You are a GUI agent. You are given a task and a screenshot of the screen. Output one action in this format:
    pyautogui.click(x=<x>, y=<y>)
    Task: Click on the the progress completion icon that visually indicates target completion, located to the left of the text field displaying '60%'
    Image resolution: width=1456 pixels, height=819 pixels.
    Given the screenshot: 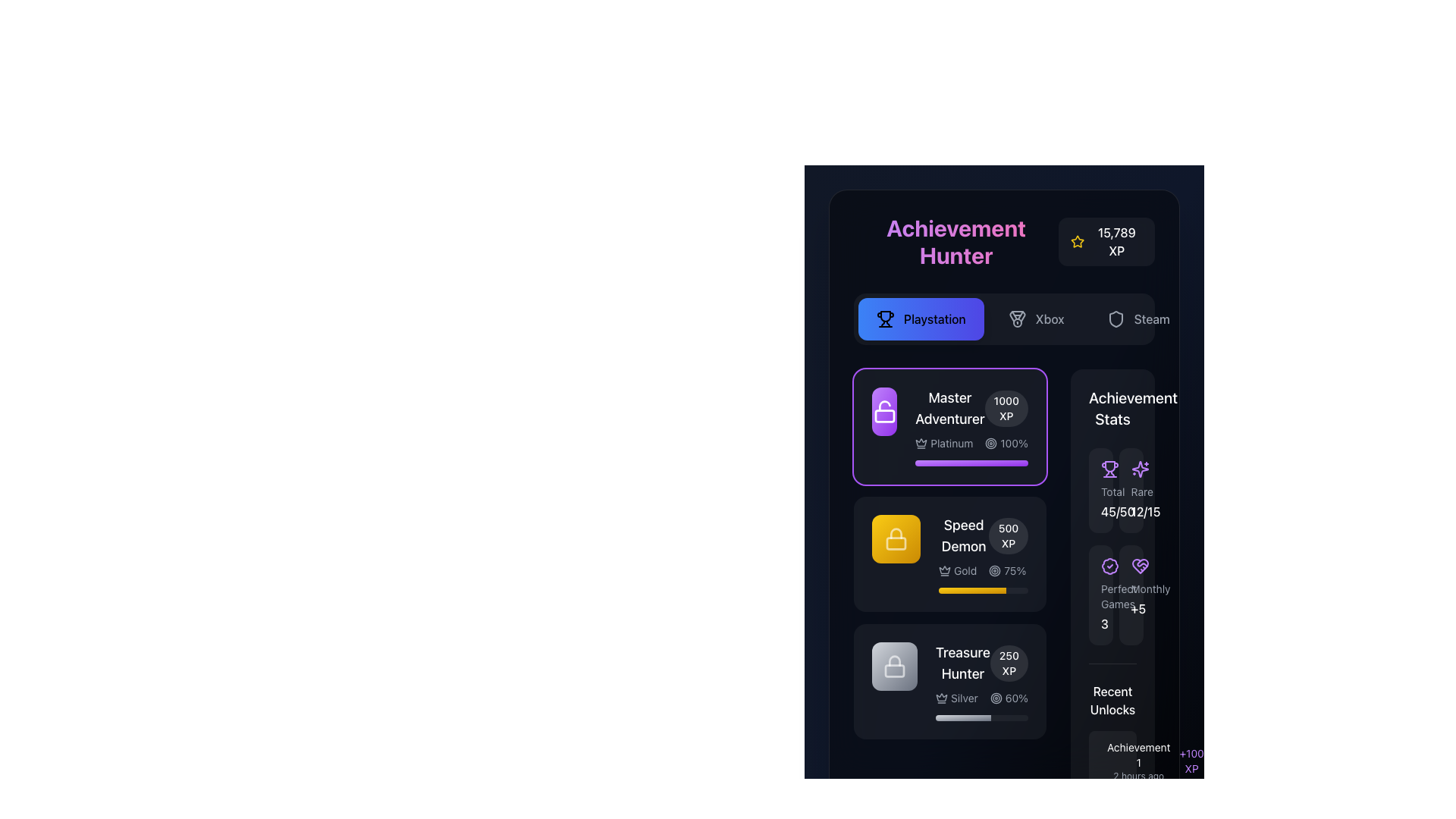 What is the action you would take?
    pyautogui.click(x=996, y=698)
    